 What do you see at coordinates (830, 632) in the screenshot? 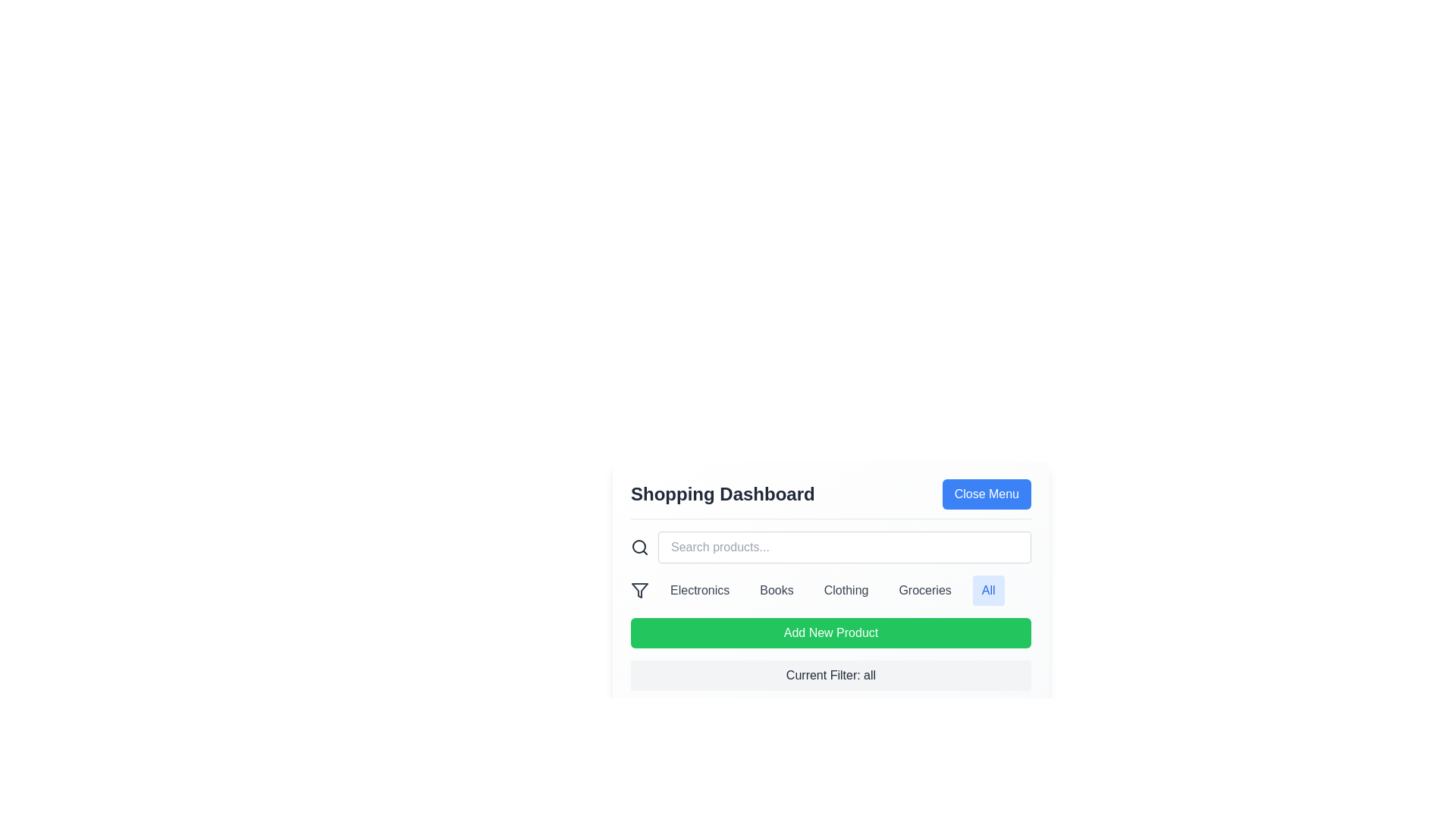
I see `the 'Add New Product' button located below the category buttons and above the 'Current Filter: all' label to initiate adding a new product` at bounding box center [830, 632].